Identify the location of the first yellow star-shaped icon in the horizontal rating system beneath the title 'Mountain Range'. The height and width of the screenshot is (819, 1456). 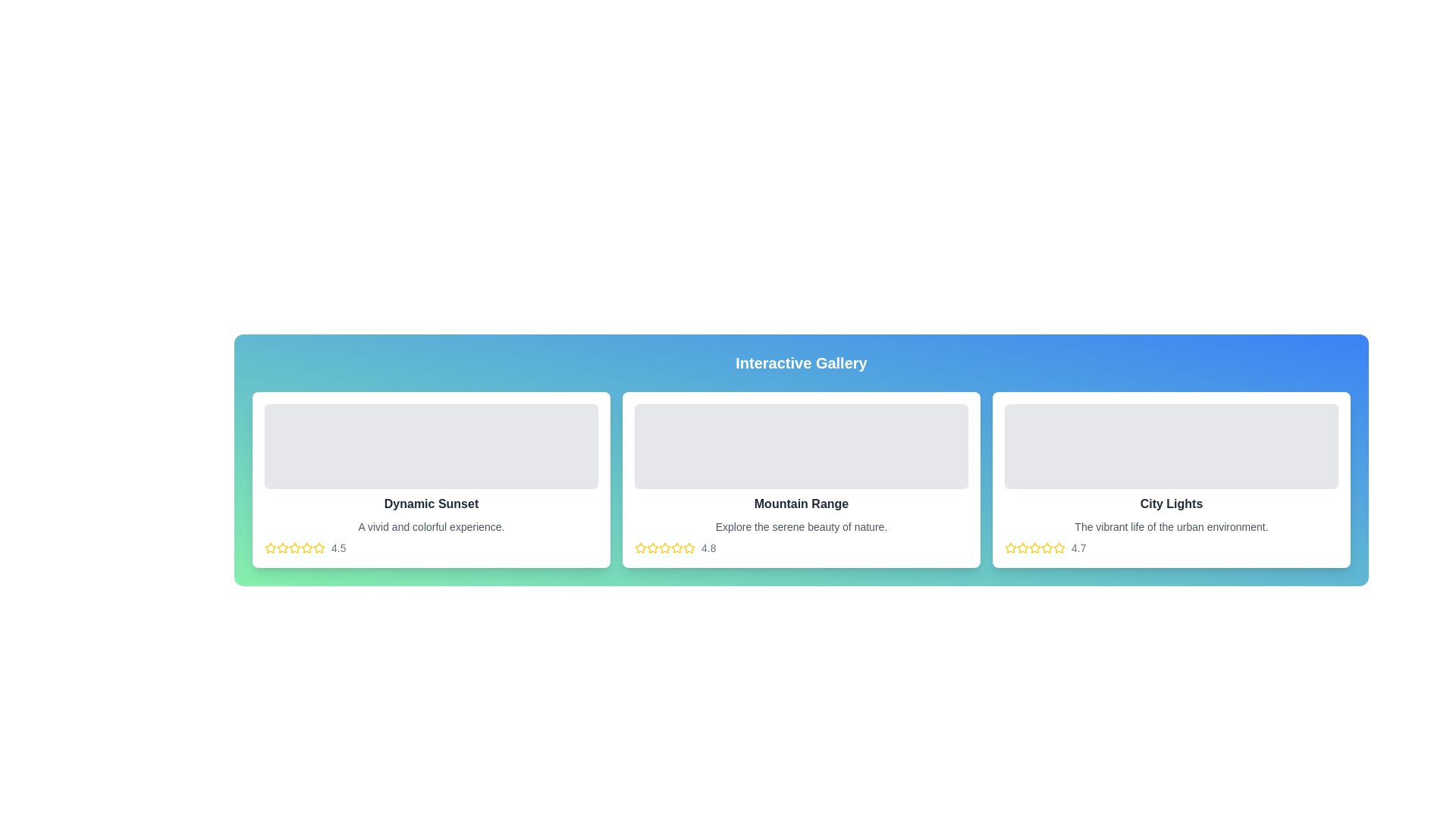
(652, 548).